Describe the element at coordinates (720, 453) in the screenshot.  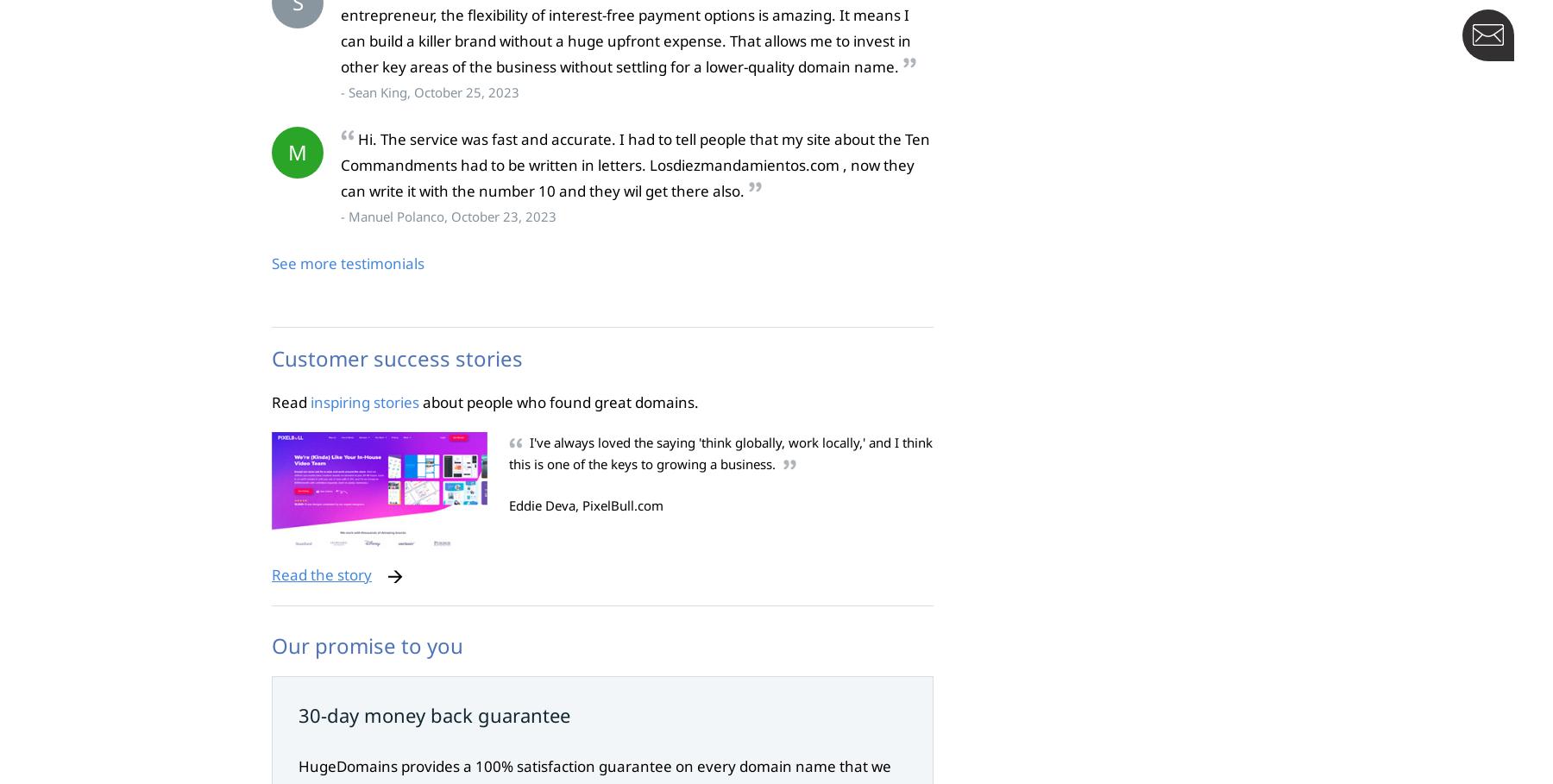
I see `'I've always loved the saying 'think globally, work locally,' and I think this is one of the keys to growing a business.'` at that location.